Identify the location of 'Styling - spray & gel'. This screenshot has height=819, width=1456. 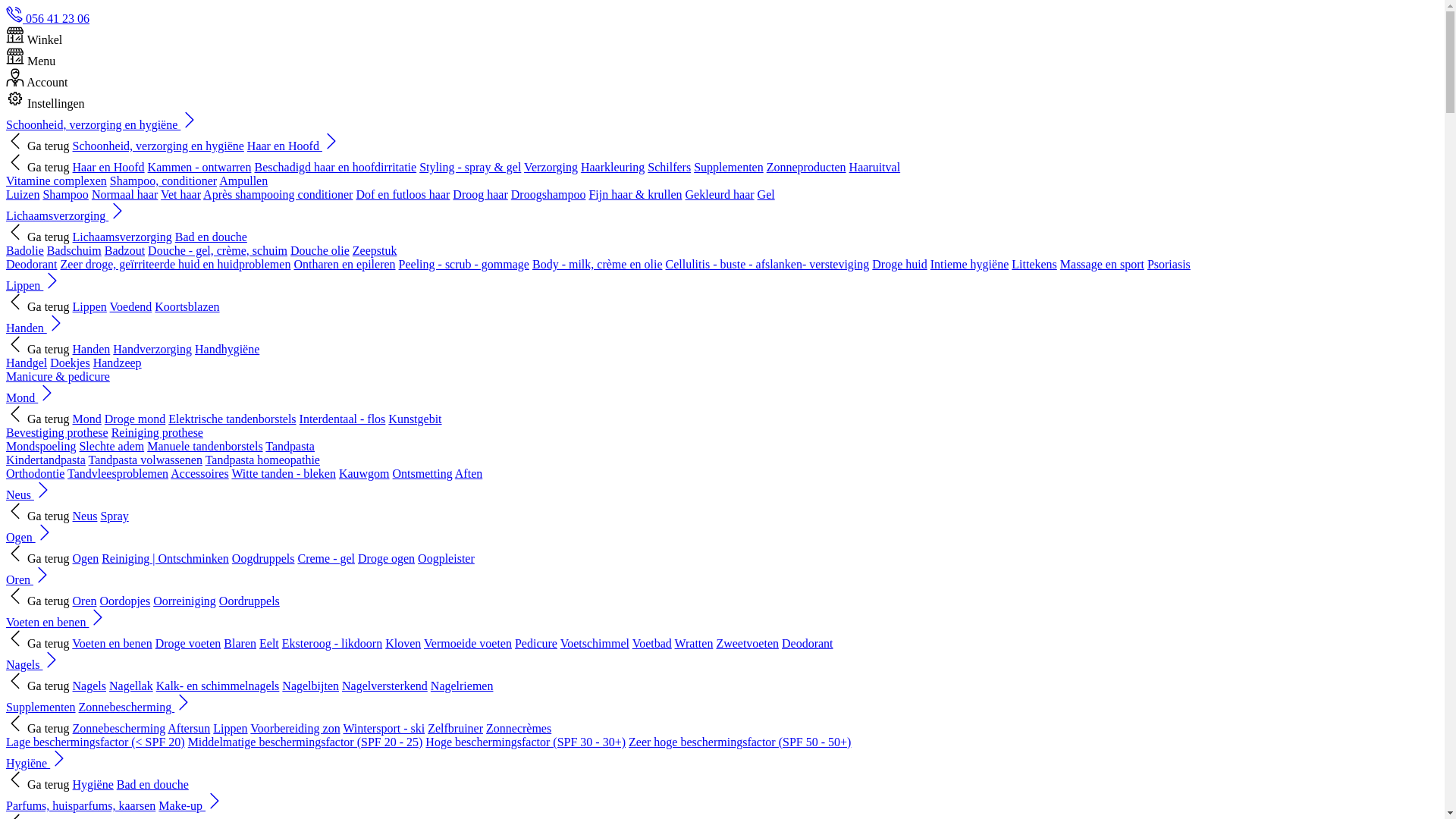
(469, 167).